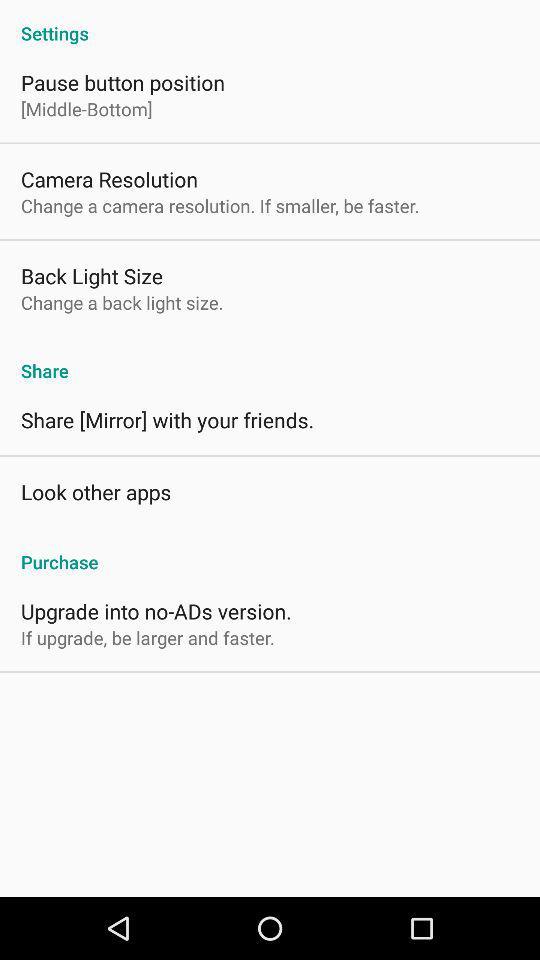 This screenshot has width=540, height=960. What do you see at coordinates (155, 610) in the screenshot?
I see `the upgrade into no item` at bounding box center [155, 610].